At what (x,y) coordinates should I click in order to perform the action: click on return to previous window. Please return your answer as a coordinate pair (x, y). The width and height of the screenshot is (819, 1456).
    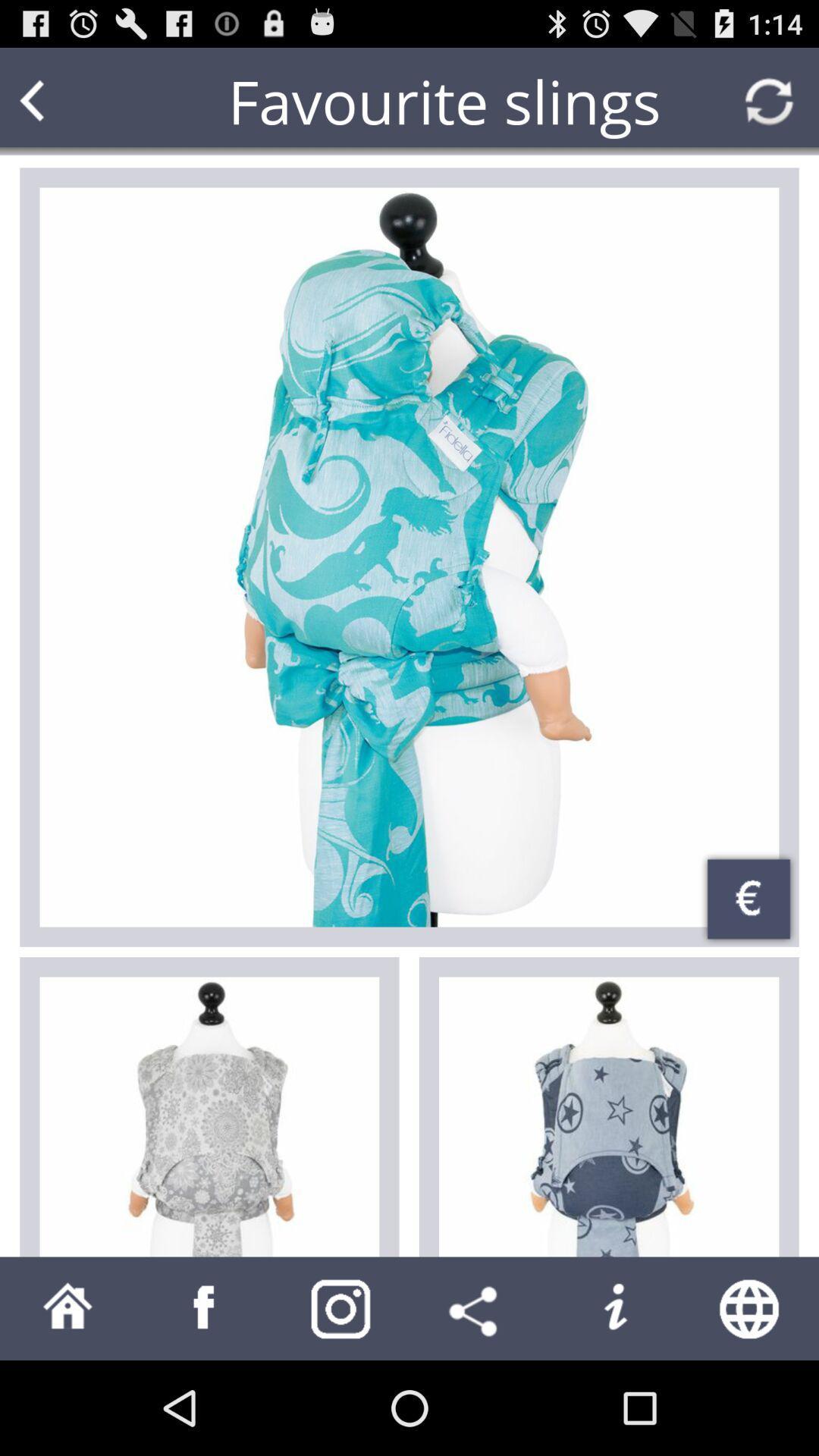
    Looking at the image, I should click on (61, 100).